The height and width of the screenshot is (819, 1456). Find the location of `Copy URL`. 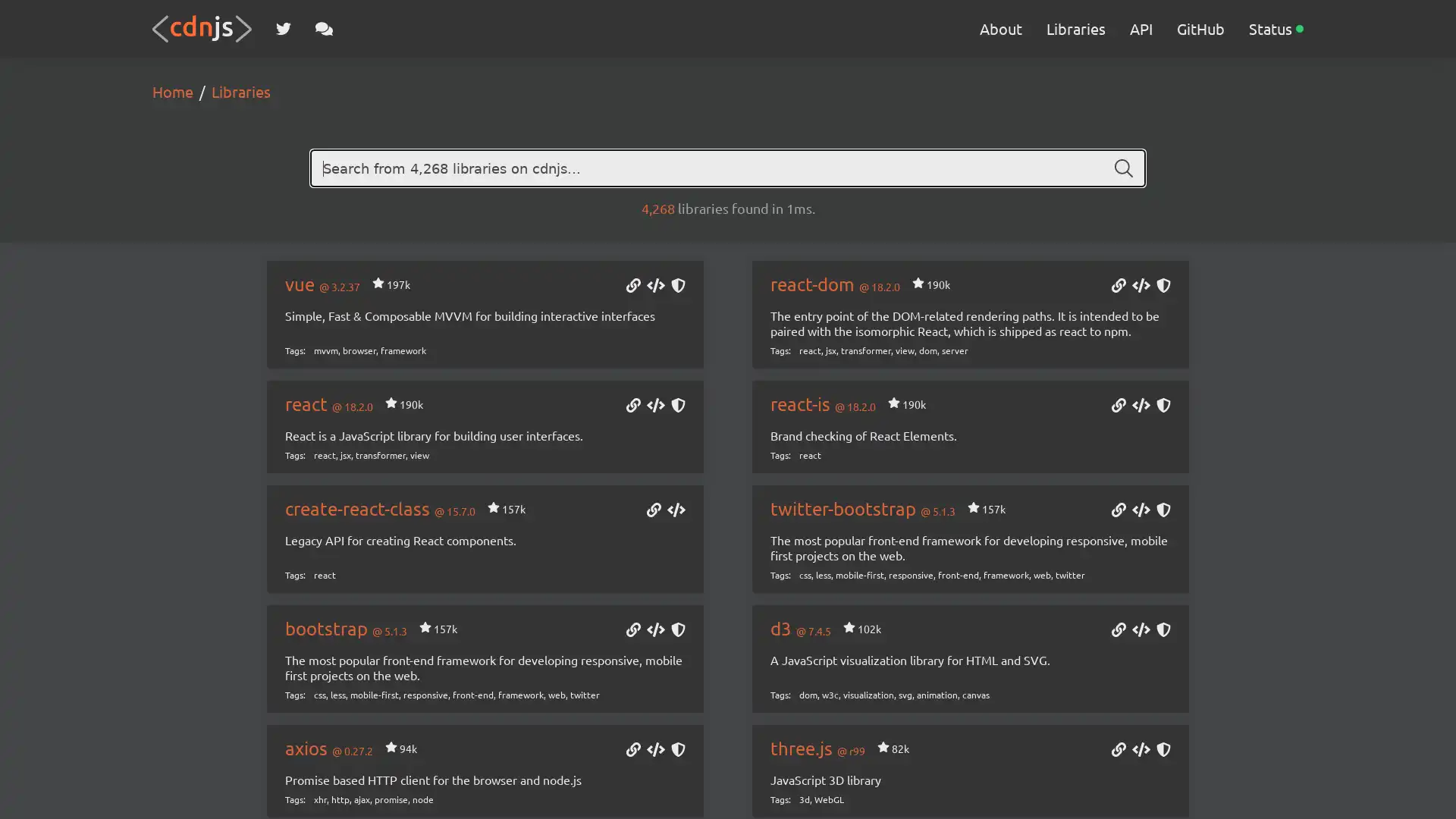

Copy URL is located at coordinates (632, 631).